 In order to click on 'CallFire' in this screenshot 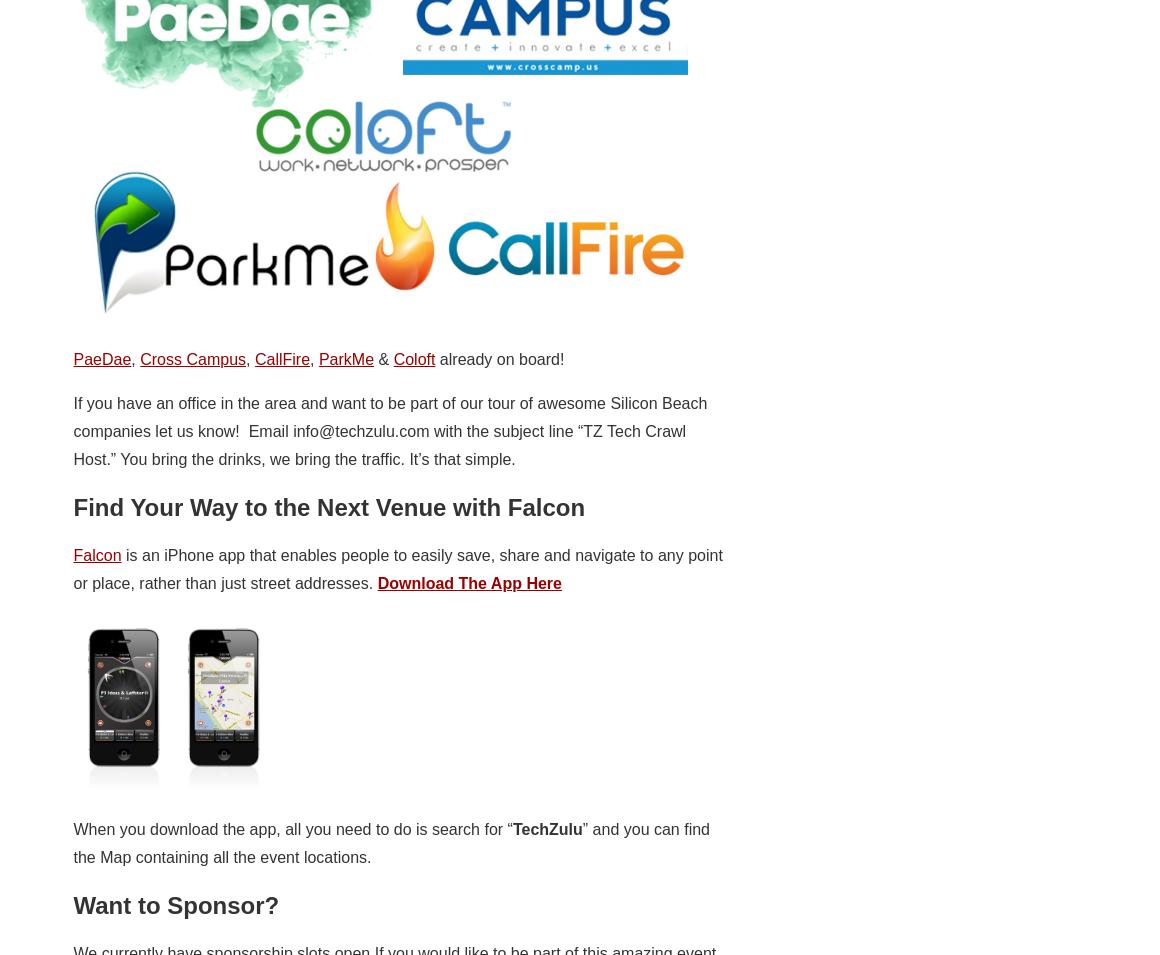, I will do `click(281, 357)`.